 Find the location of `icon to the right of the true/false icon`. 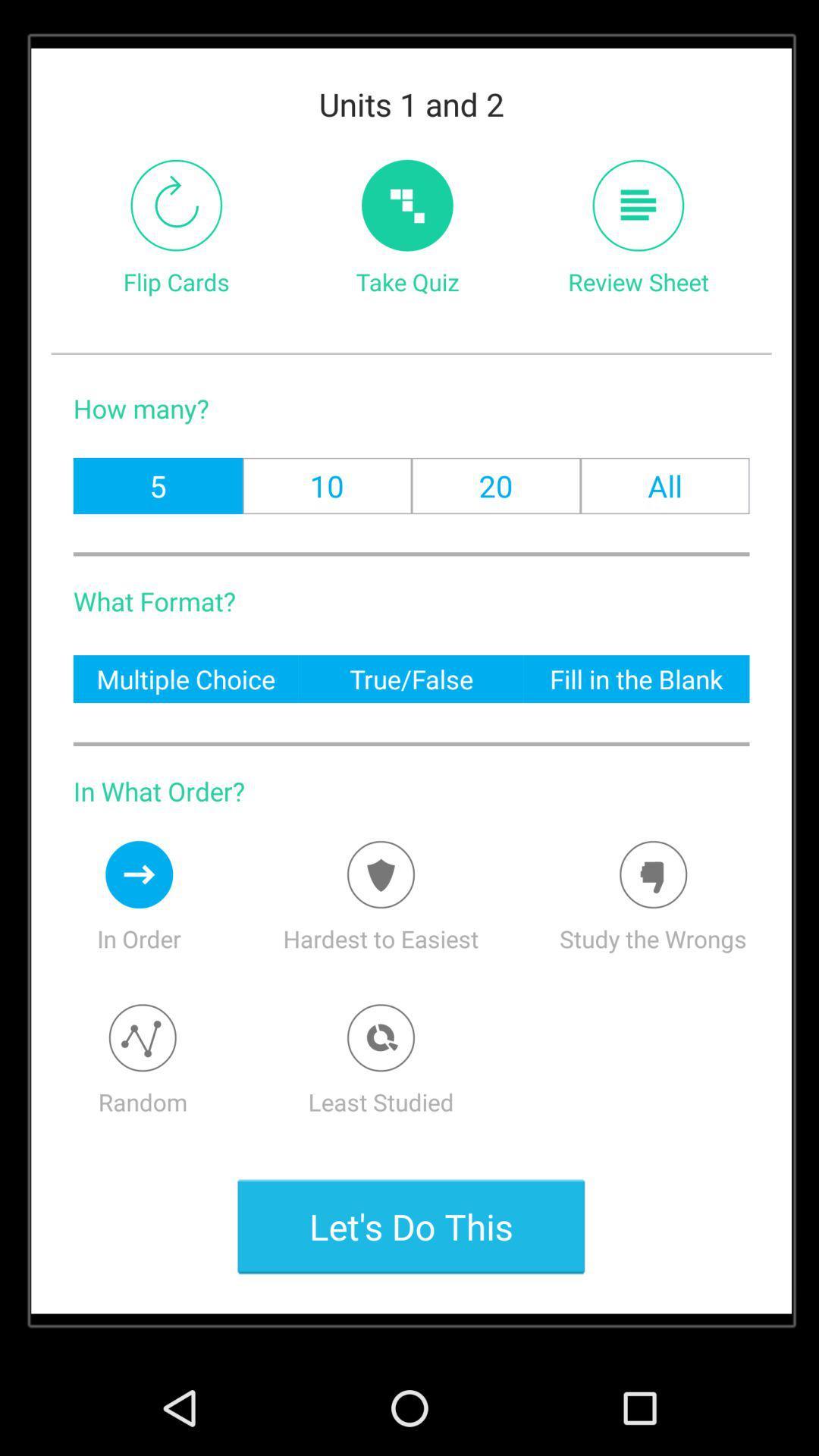

icon to the right of the true/false icon is located at coordinates (636, 678).